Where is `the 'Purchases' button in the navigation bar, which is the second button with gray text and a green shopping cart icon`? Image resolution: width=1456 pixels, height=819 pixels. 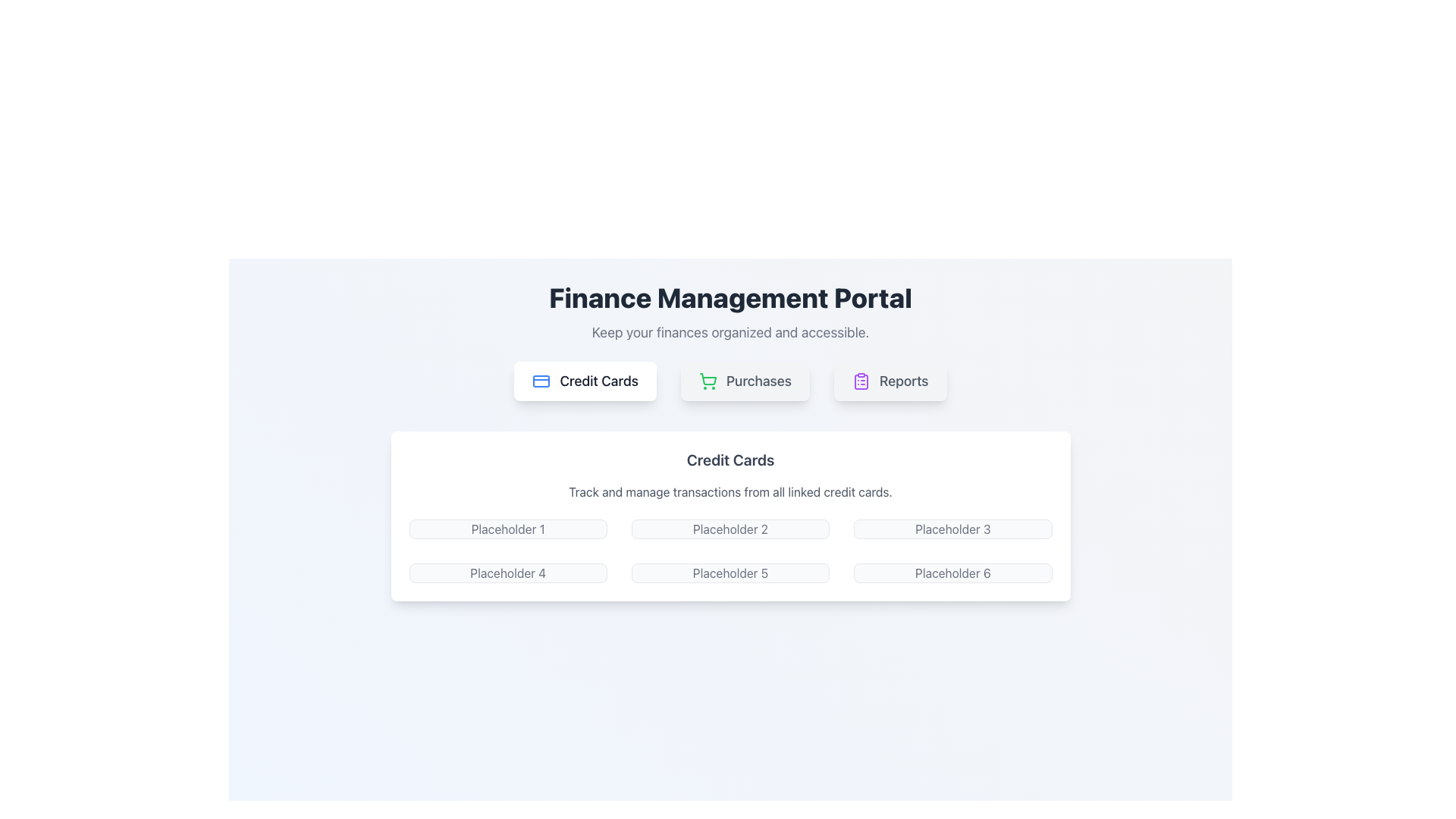 the 'Purchases' button in the navigation bar, which is the second button with gray text and a green shopping cart icon is located at coordinates (745, 380).